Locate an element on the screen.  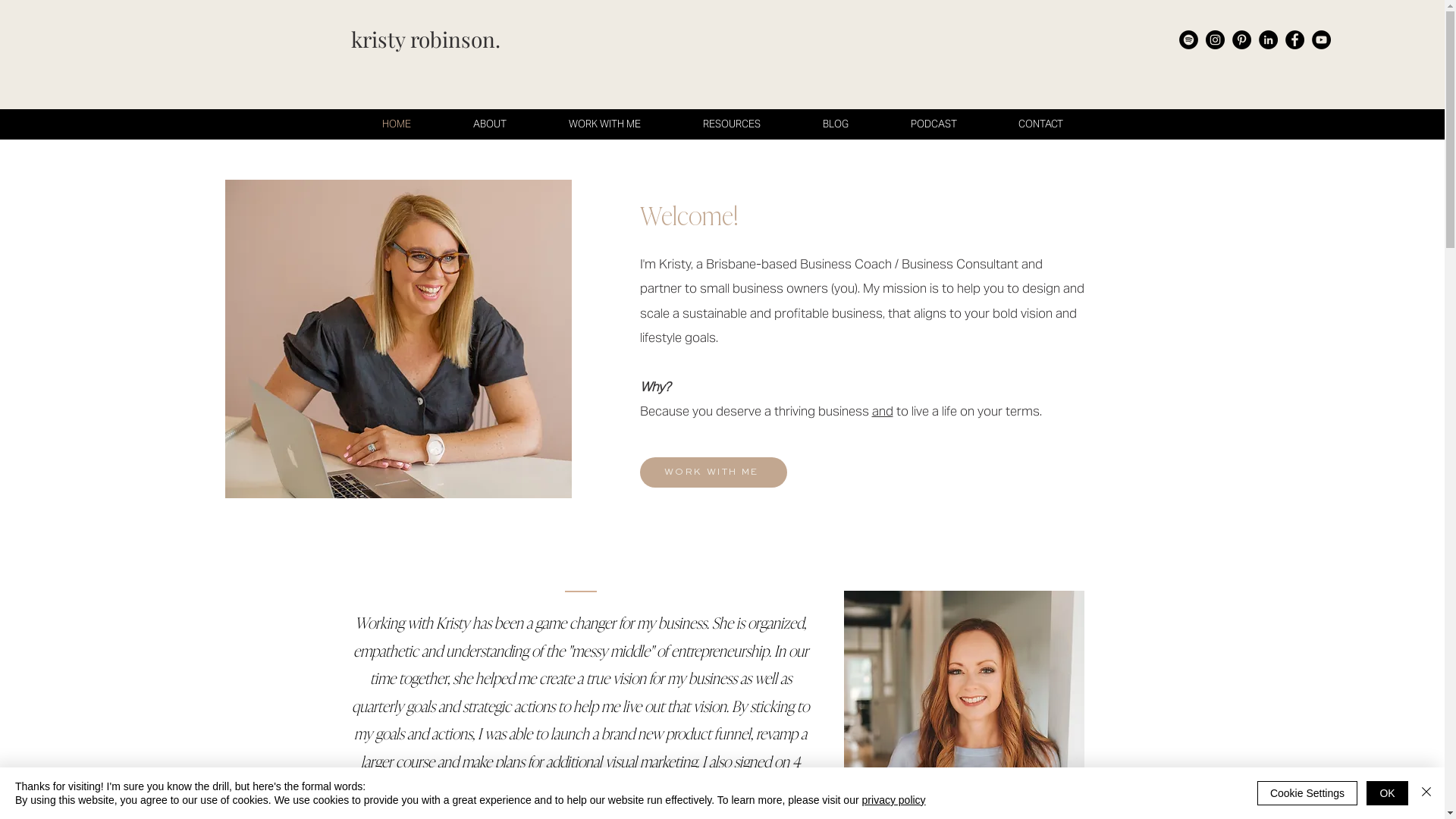
'CONTACT' is located at coordinates (987, 124).